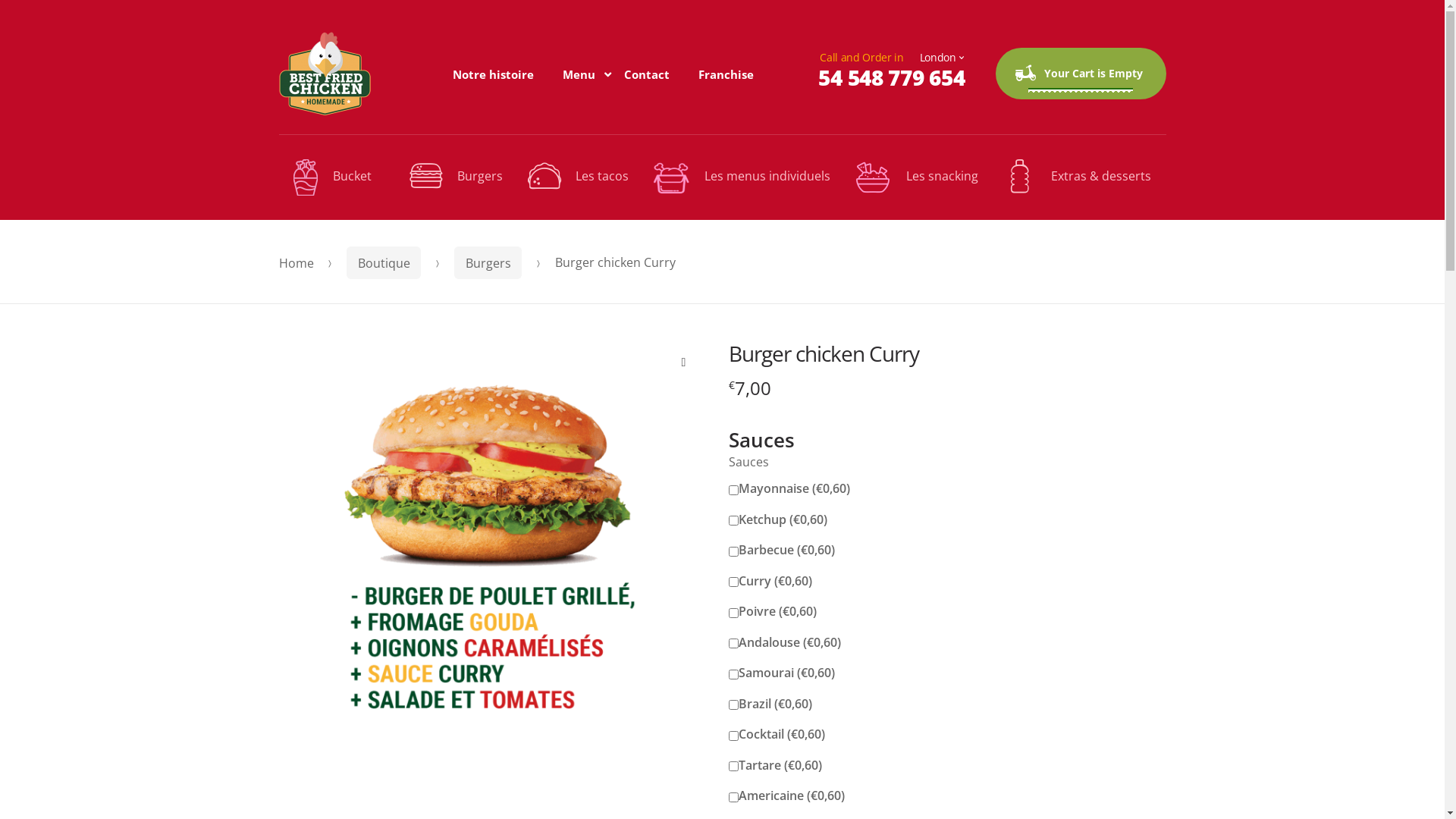 The image size is (1456, 819). Describe the element at coordinates (742, 177) in the screenshot. I see `'Les menus individuels'` at that location.